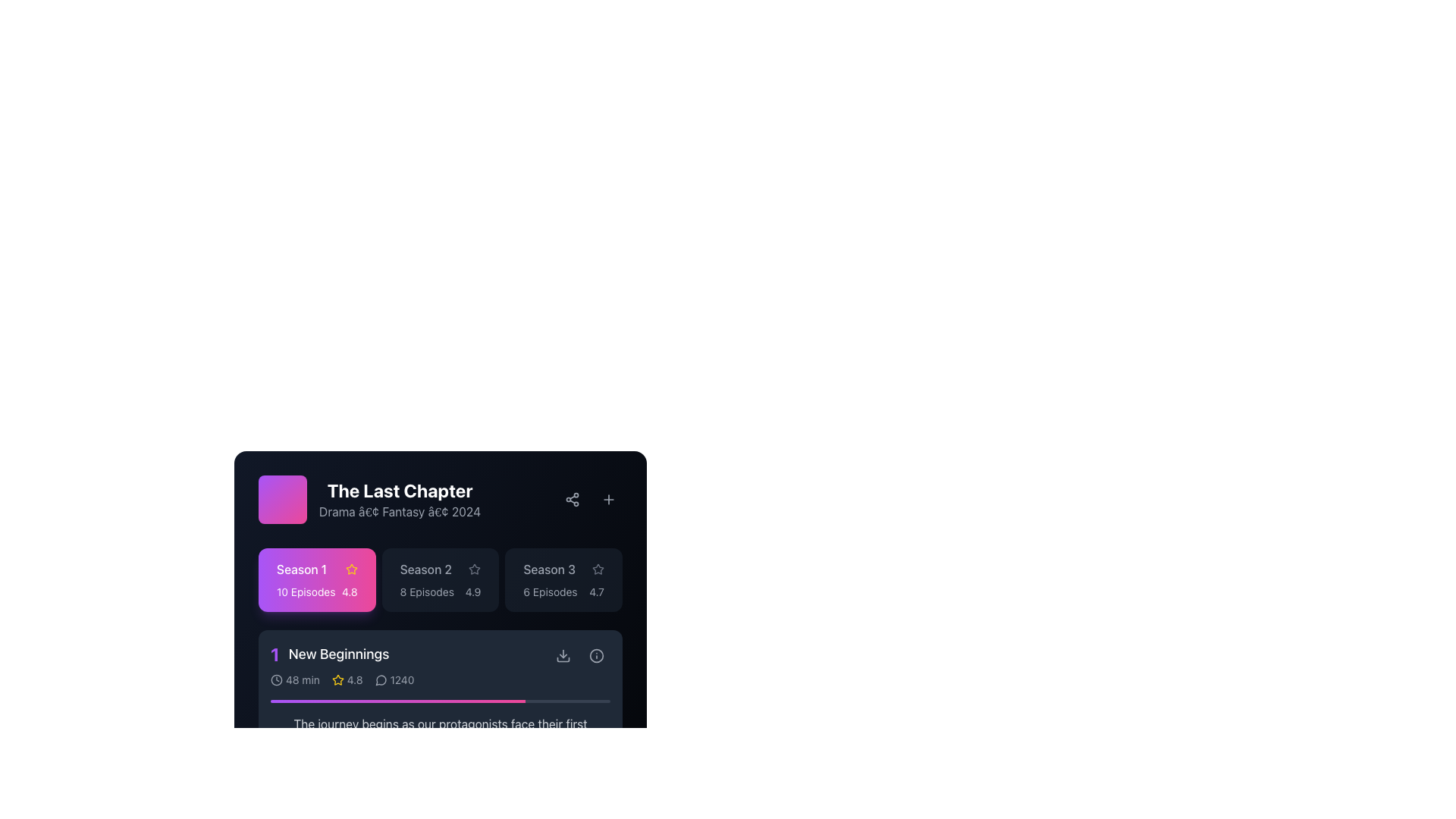 Image resolution: width=1456 pixels, height=819 pixels. Describe the element at coordinates (394, 679) in the screenshot. I see `the informational display with the speech bubble icon showing '1240' comments` at that location.